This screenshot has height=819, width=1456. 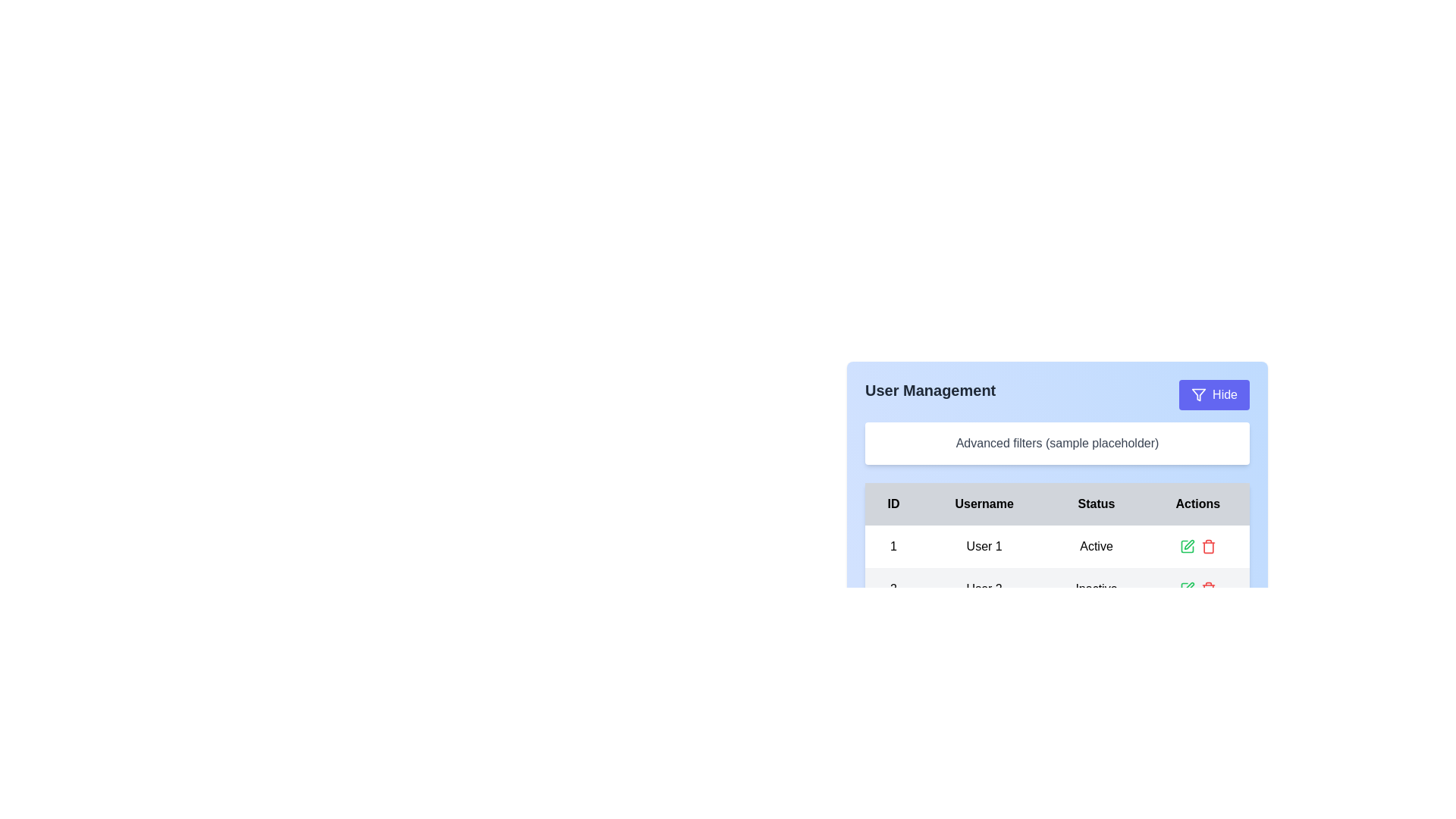 I want to click on the red delete icon in the Actions column of the first row of the user management table, so click(x=1197, y=547).